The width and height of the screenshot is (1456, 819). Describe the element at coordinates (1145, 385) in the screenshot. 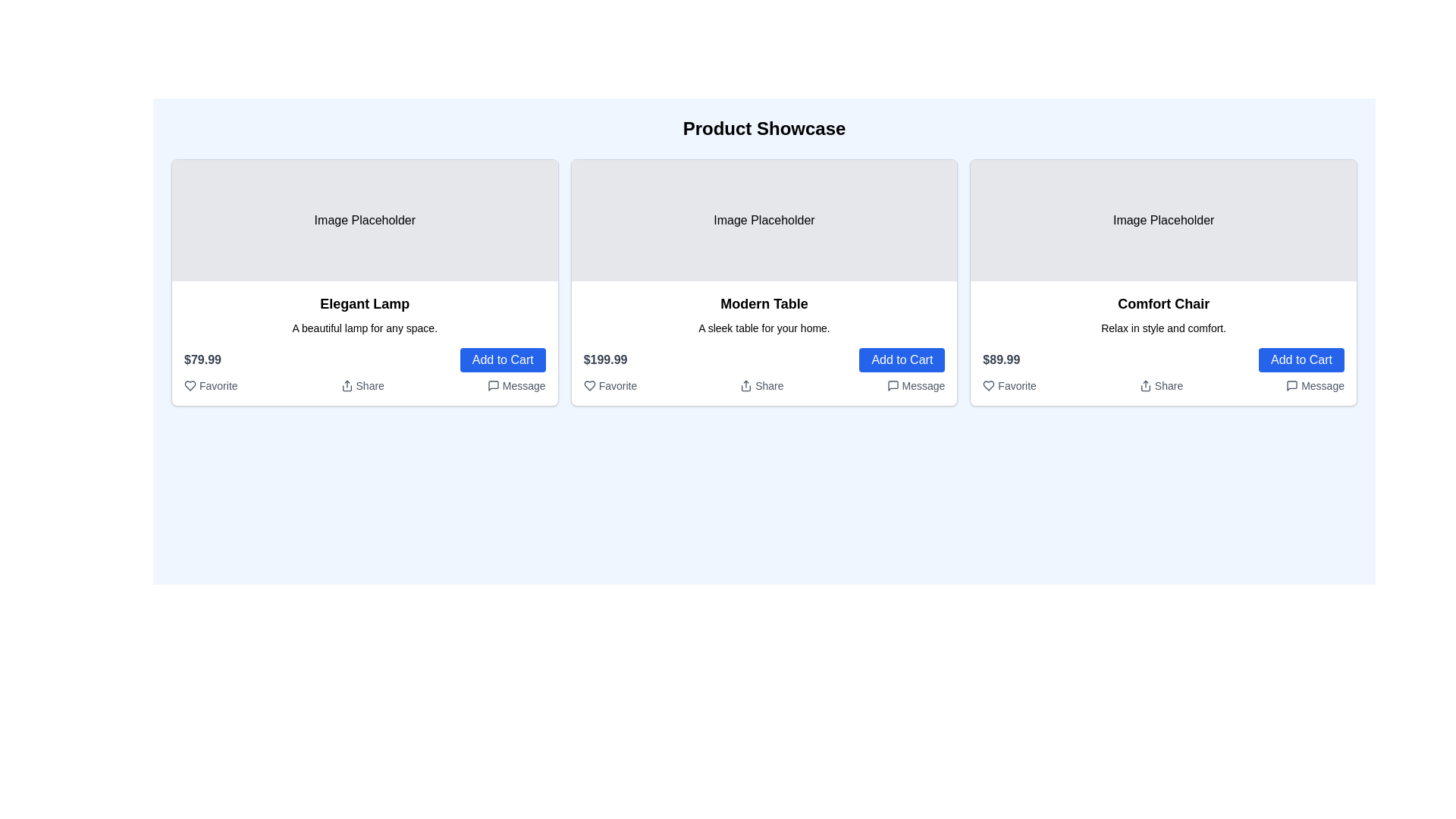

I see `the 'Share' icon located within the 'Share' button of the 'Comfort Chair' product card to initiate sharing options` at that location.